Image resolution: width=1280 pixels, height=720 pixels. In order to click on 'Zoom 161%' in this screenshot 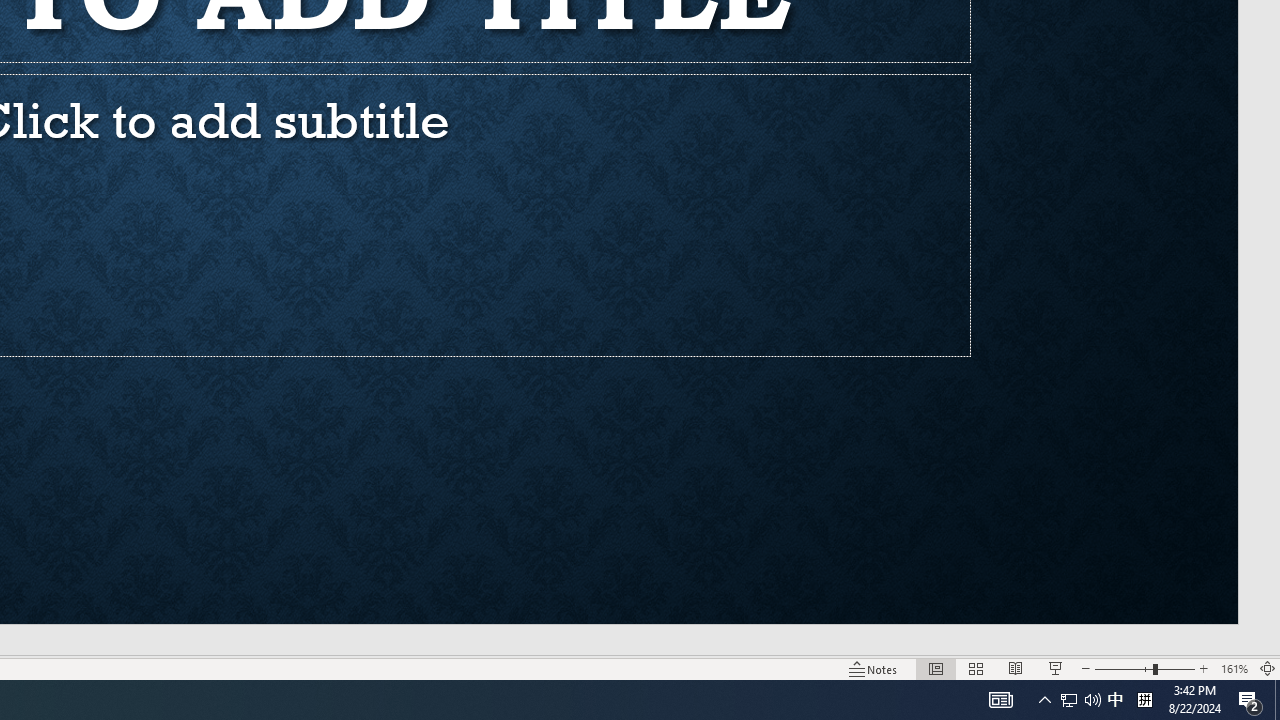, I will do `click(1233, 669)`.